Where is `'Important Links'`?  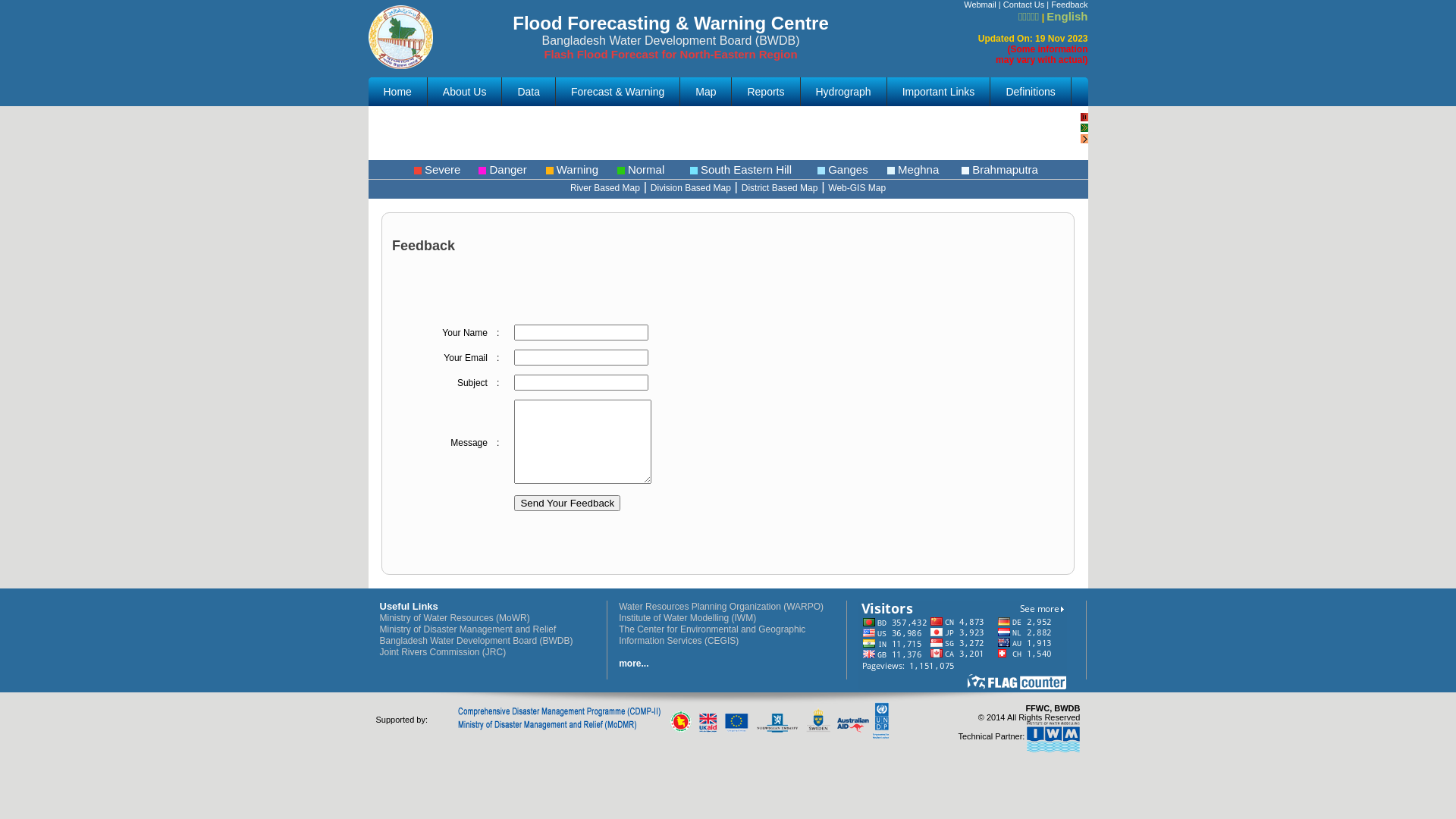
'Important Links' is located at coordinates (887, 91).